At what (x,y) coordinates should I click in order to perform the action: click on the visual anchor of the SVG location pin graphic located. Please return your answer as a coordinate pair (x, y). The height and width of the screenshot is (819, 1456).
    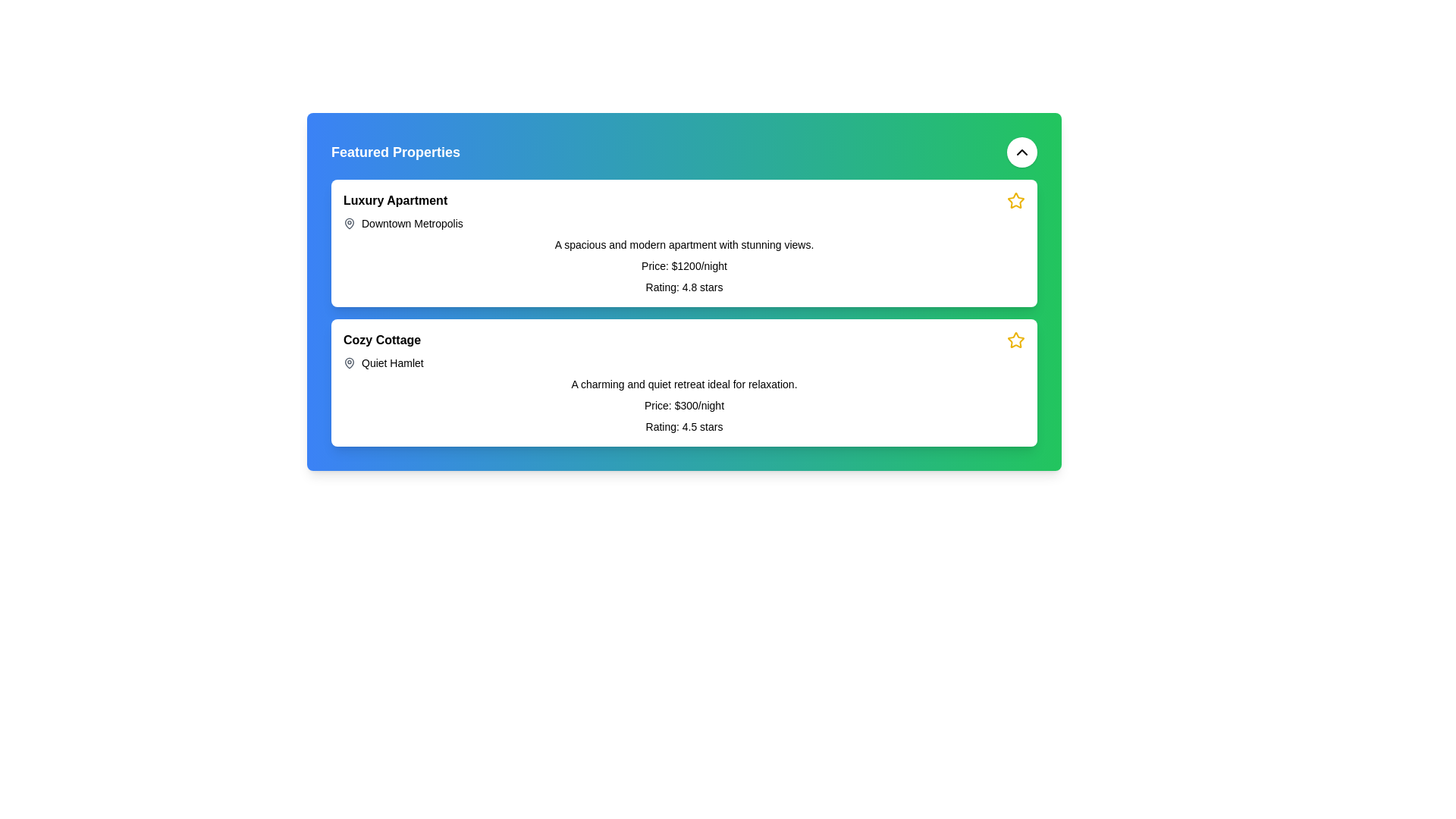
    Looking at the image, I should click on (348, 222).